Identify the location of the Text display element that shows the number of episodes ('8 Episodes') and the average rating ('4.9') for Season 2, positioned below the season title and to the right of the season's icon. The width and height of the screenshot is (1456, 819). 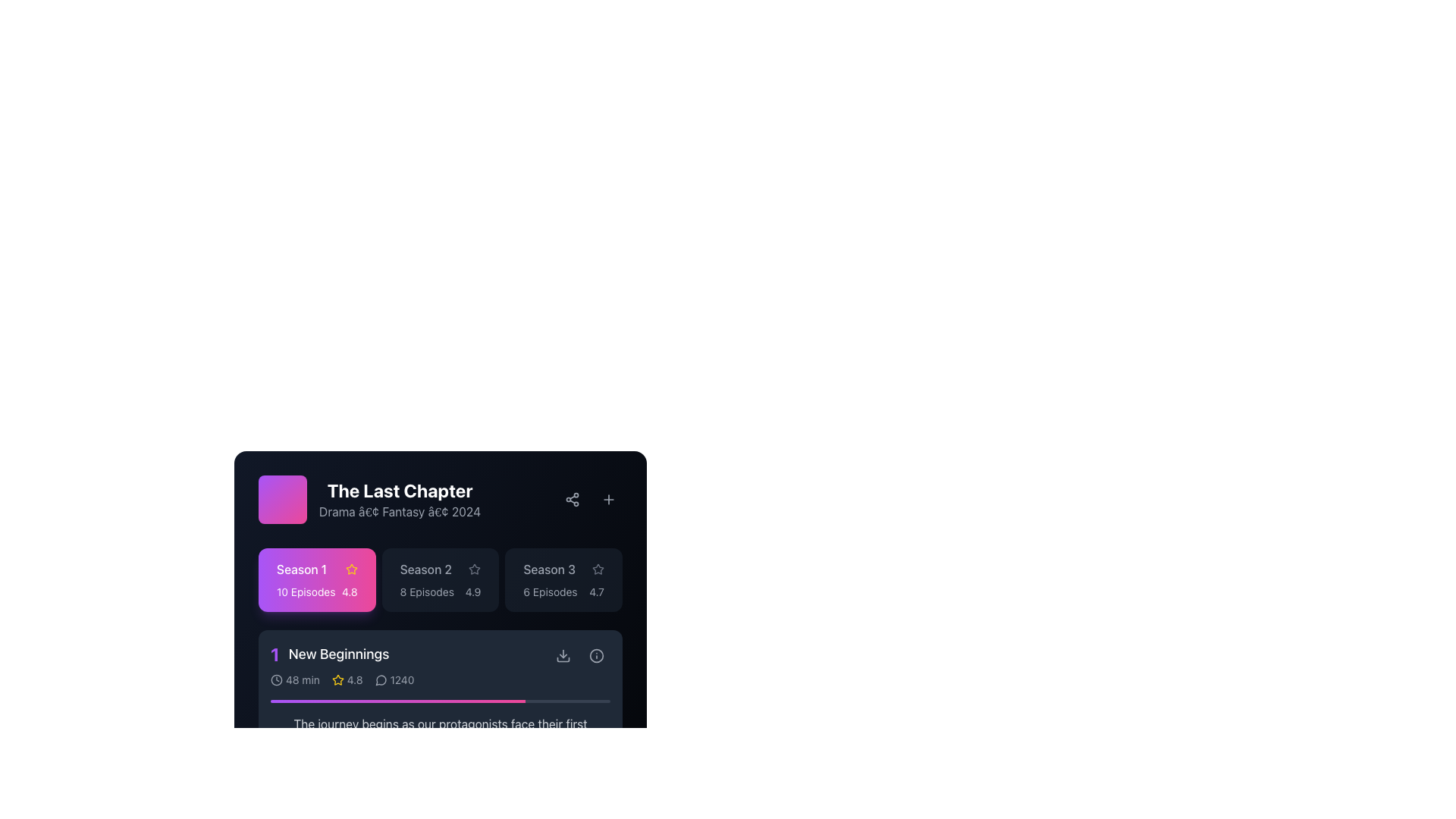
(439, 591).